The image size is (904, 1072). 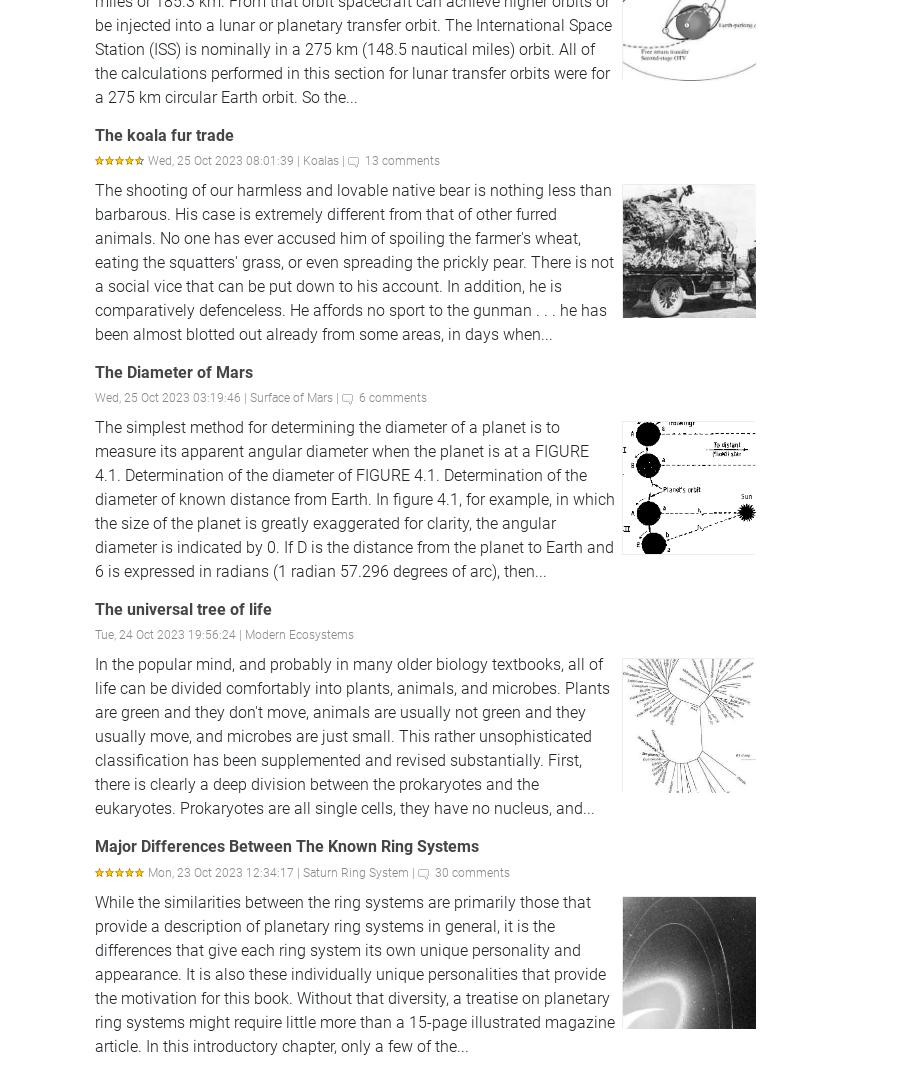 I want to click on '6 comments', so click(x=391, y=398).